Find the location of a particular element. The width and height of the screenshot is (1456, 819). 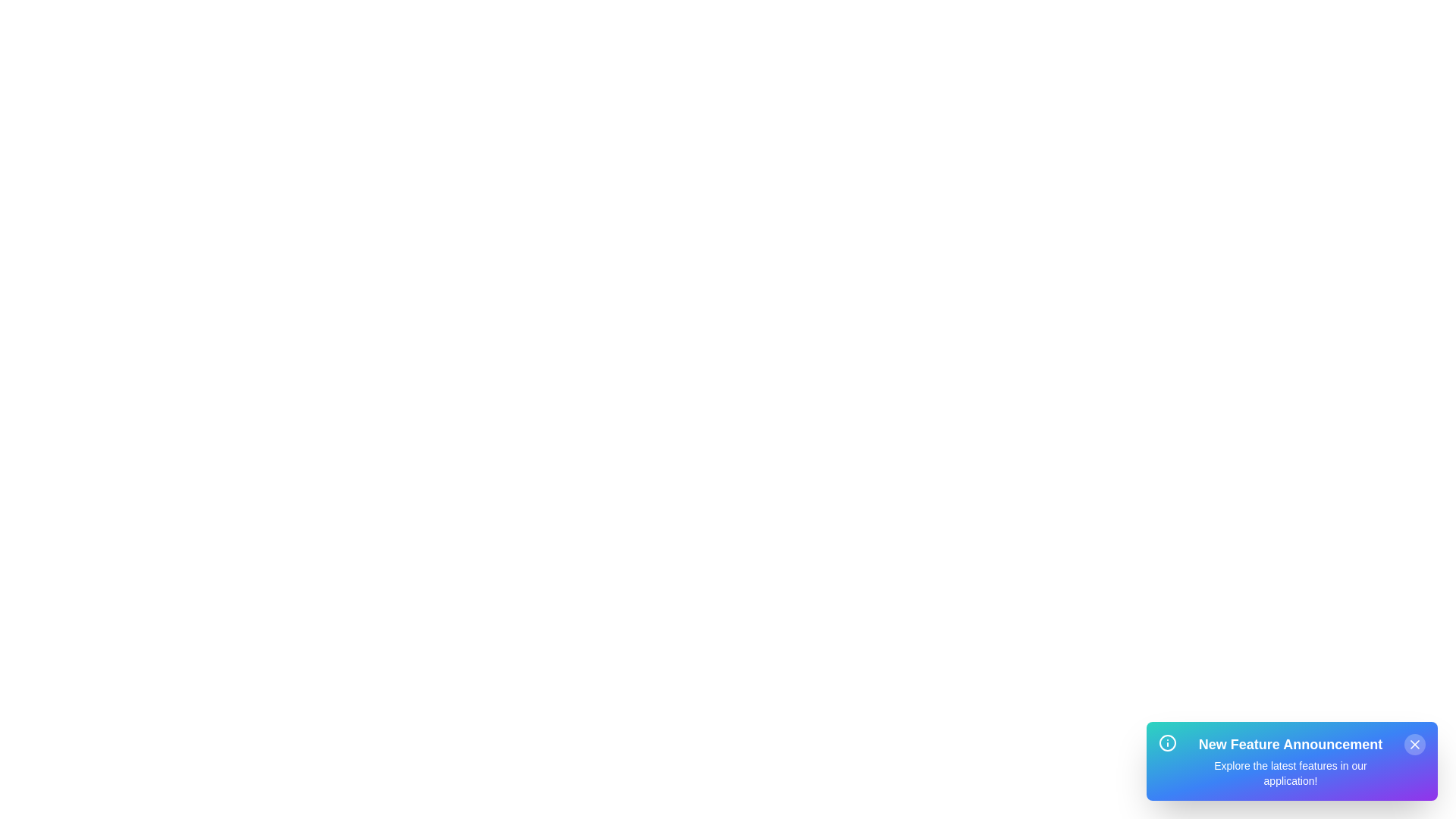

the information icon in the snackbar to trigger its associated action is located at coordinates (1167, 742).